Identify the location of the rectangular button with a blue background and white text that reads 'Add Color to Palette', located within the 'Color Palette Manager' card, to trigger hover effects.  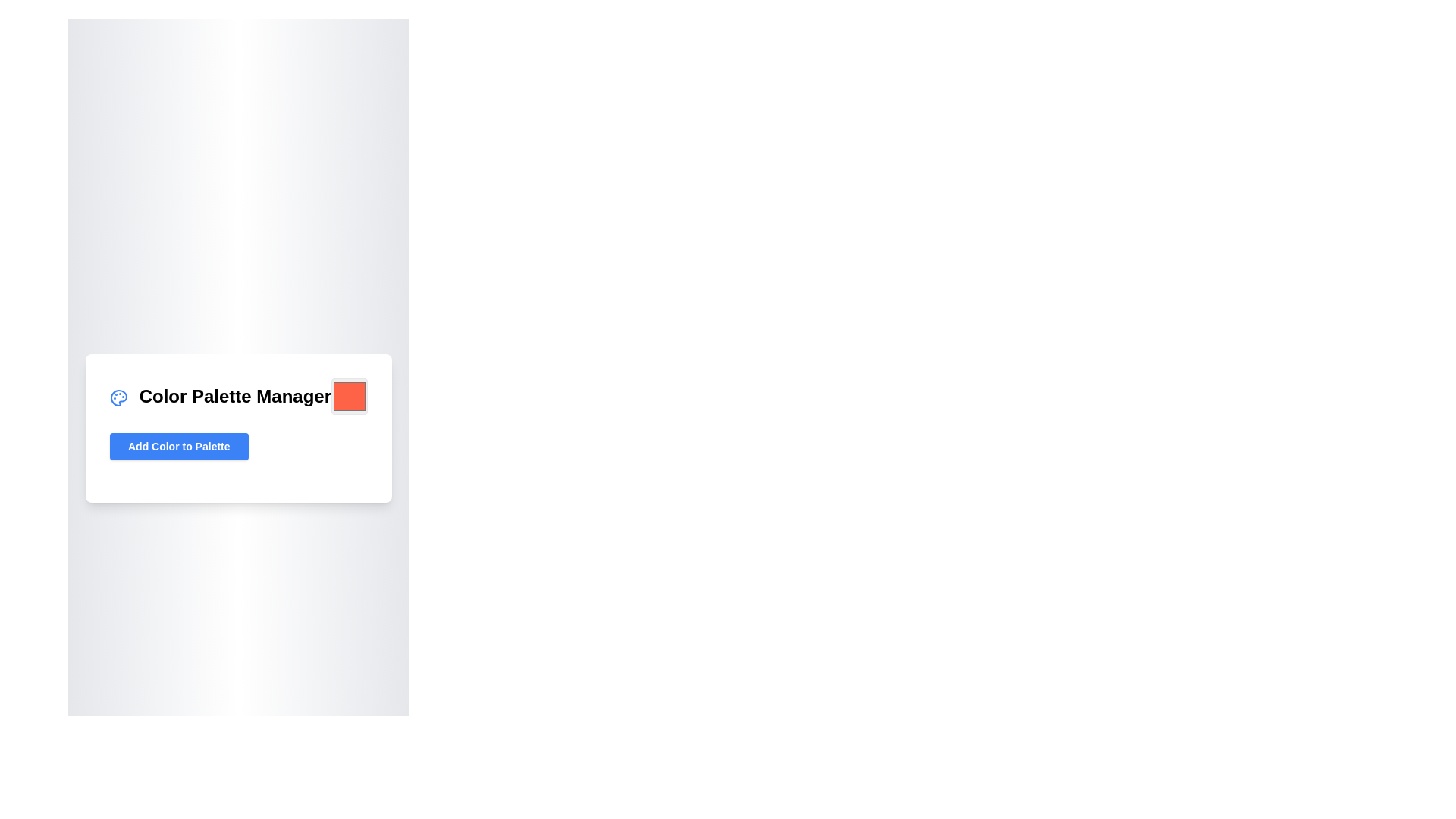
(179, 446).